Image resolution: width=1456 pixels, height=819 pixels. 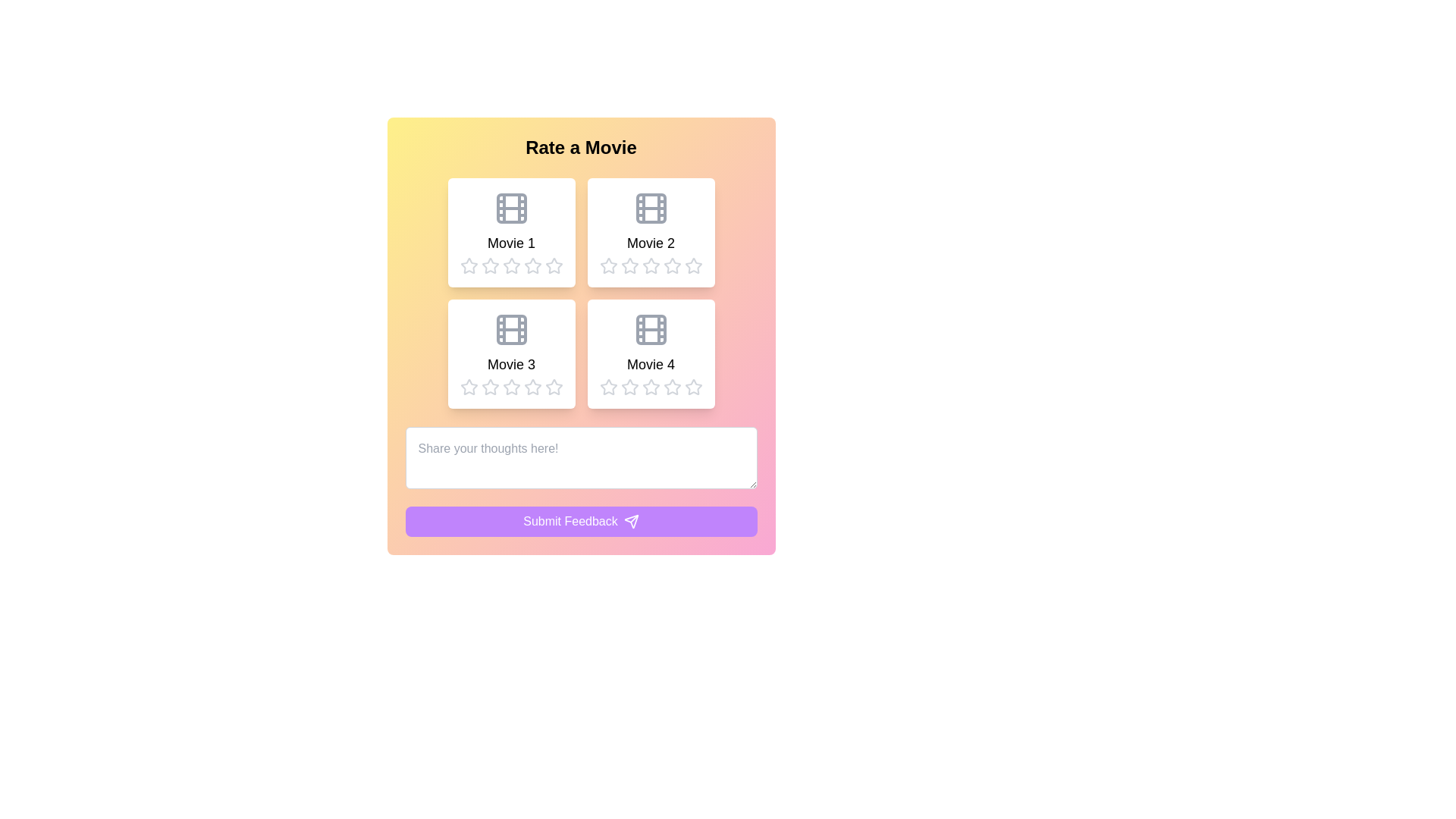 I want to click on the fourth star in the rating system for 'Movie 2' to indicate a rating, so click(x=651, y=265).